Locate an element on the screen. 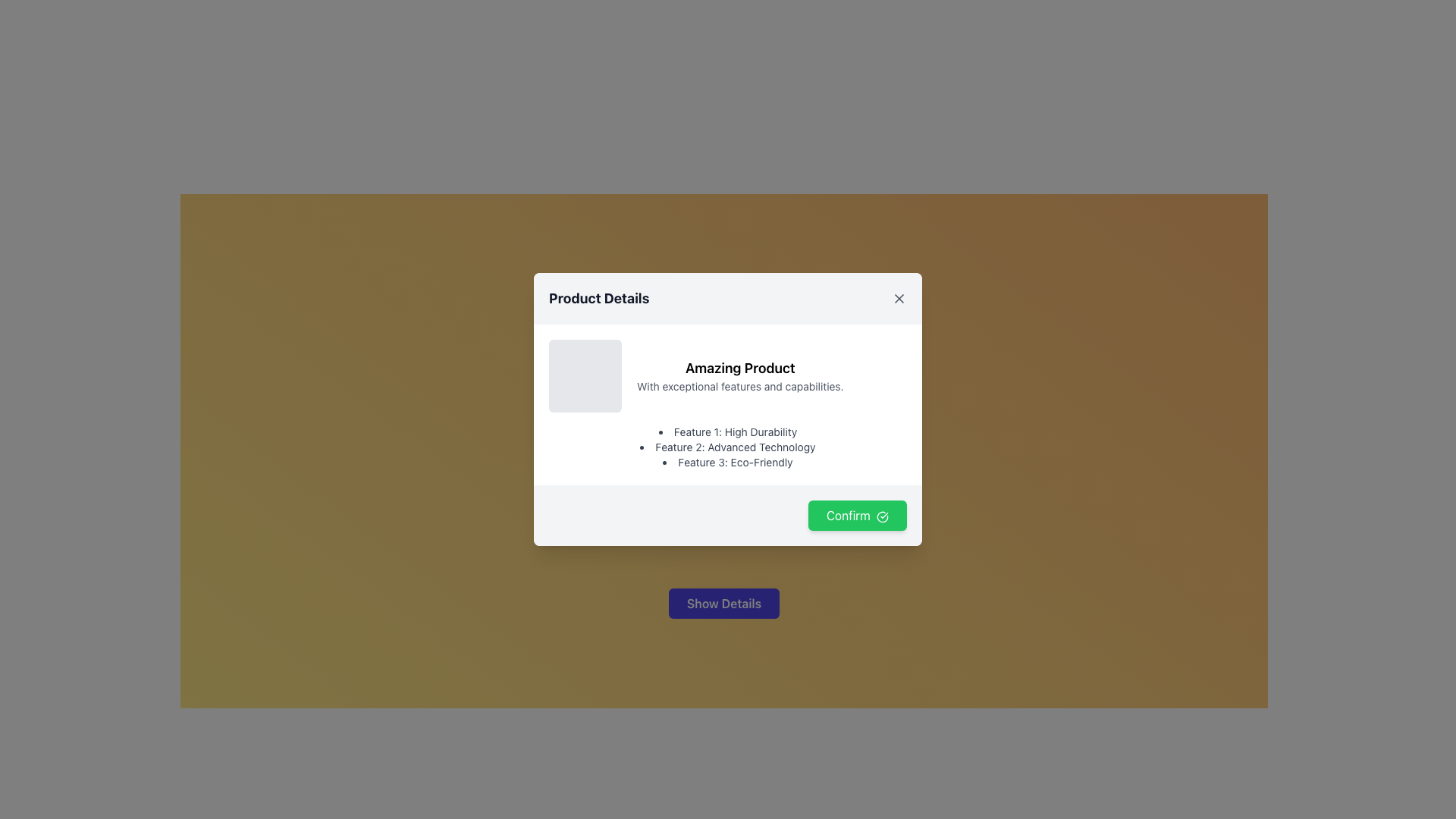 Image resolution: width=1456 pixels, height=819 pixels. the decorative 'close' icon in the top-right corner of the 'Product Details' modal is located at coordinates (899, 298).